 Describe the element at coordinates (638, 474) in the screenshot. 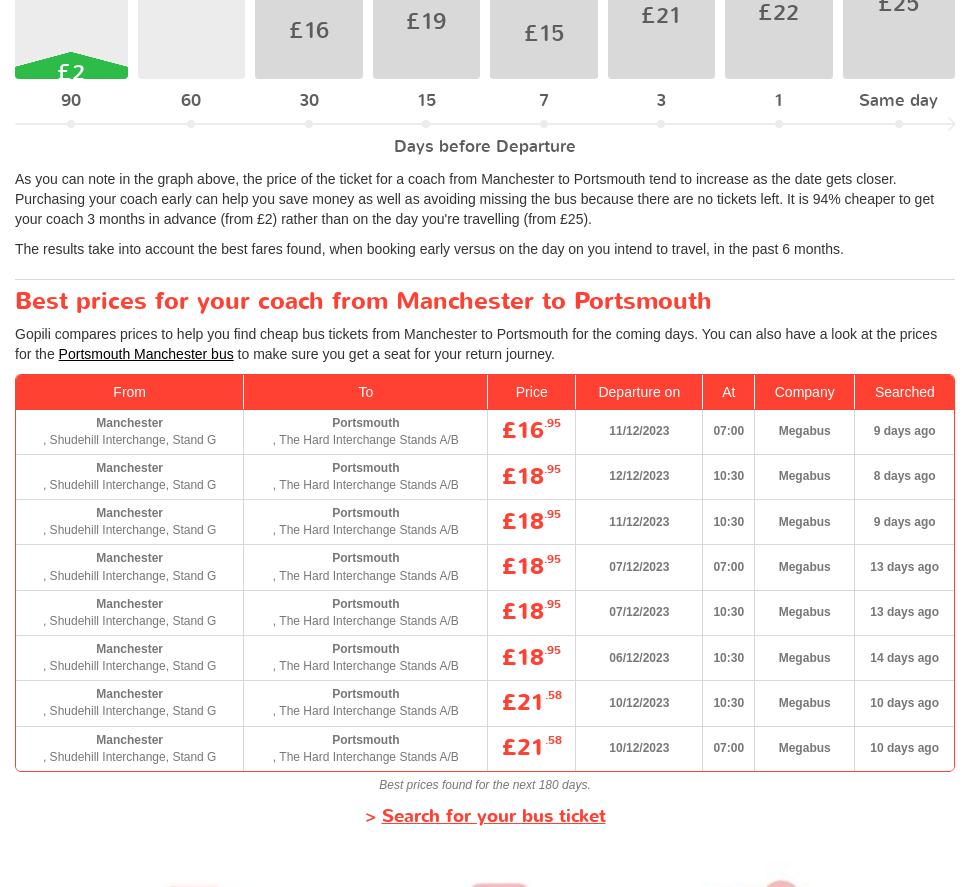

I see `'12/12/2023'` at that location.